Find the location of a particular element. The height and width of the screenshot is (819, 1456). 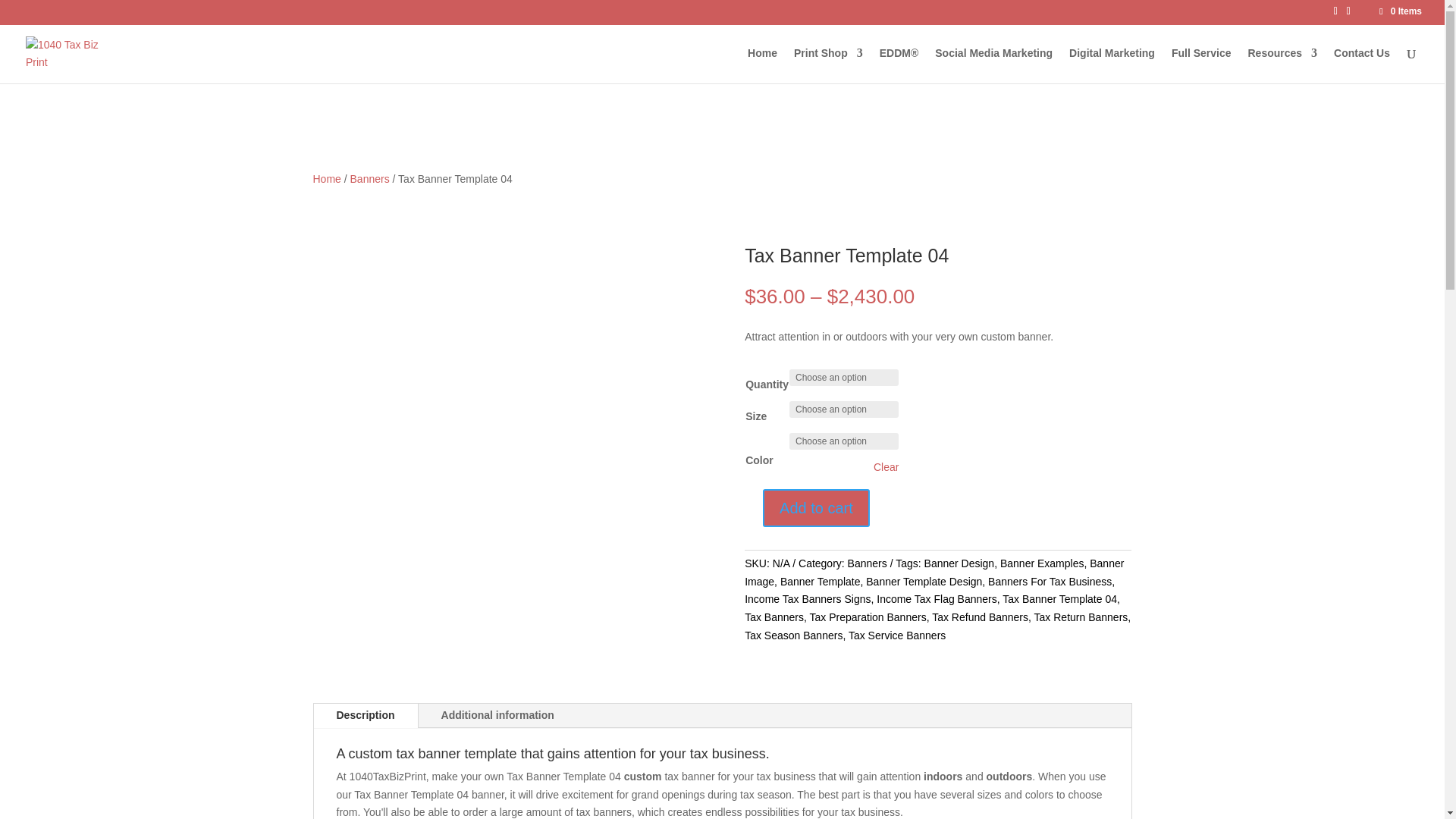

'Home' is located at coordinates (325, 177).